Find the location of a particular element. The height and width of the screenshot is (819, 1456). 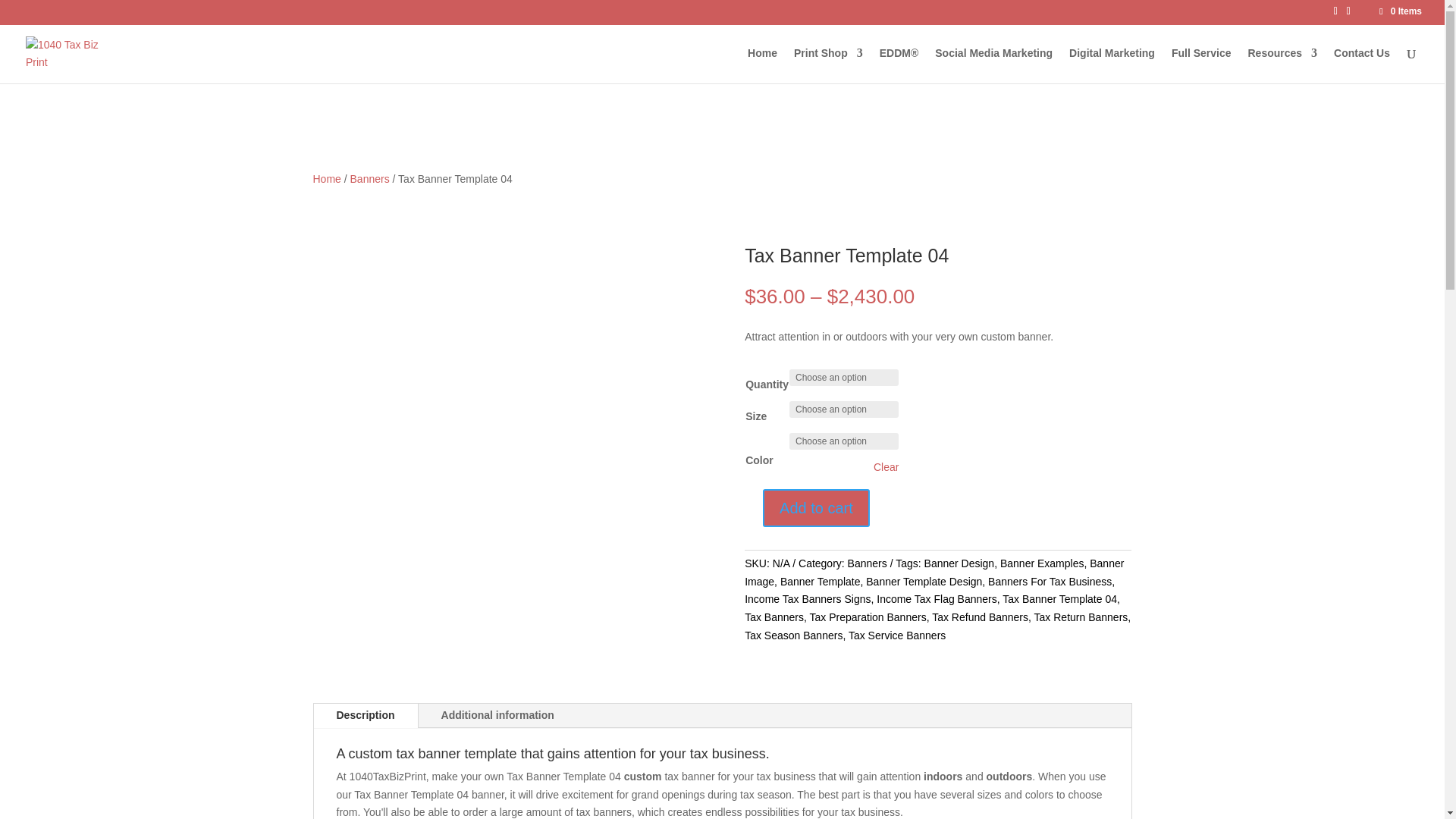

'Home' is located at coordinates (325, 177).